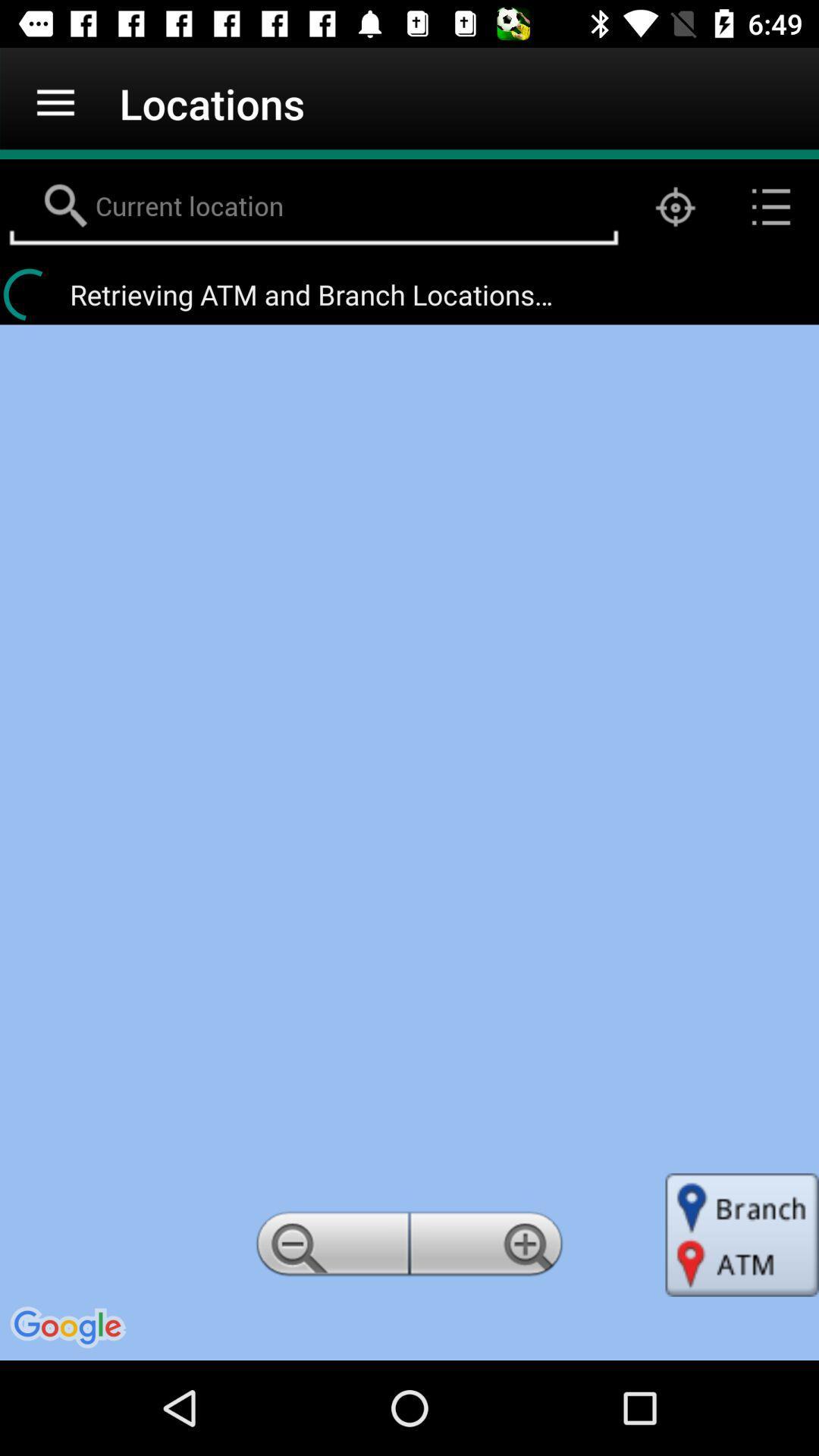 This screenshot has width=819, height=1456. What do you see at coordinates (488, 1248) in the screenshot?
I see `increase magnification` at bounding box center [488, 1248].